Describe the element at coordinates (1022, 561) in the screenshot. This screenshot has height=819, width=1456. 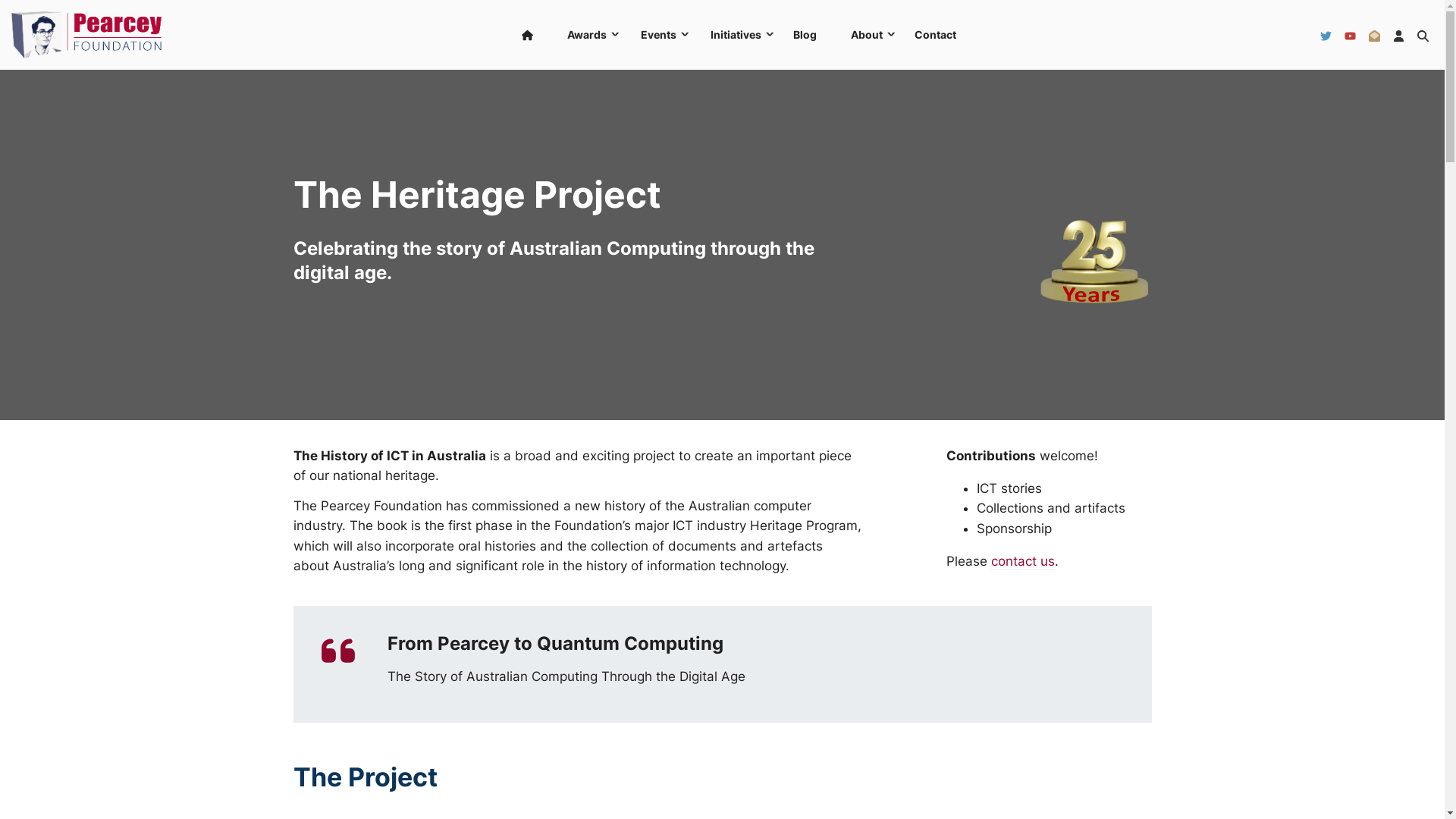
I see `'contact us'` at that location.